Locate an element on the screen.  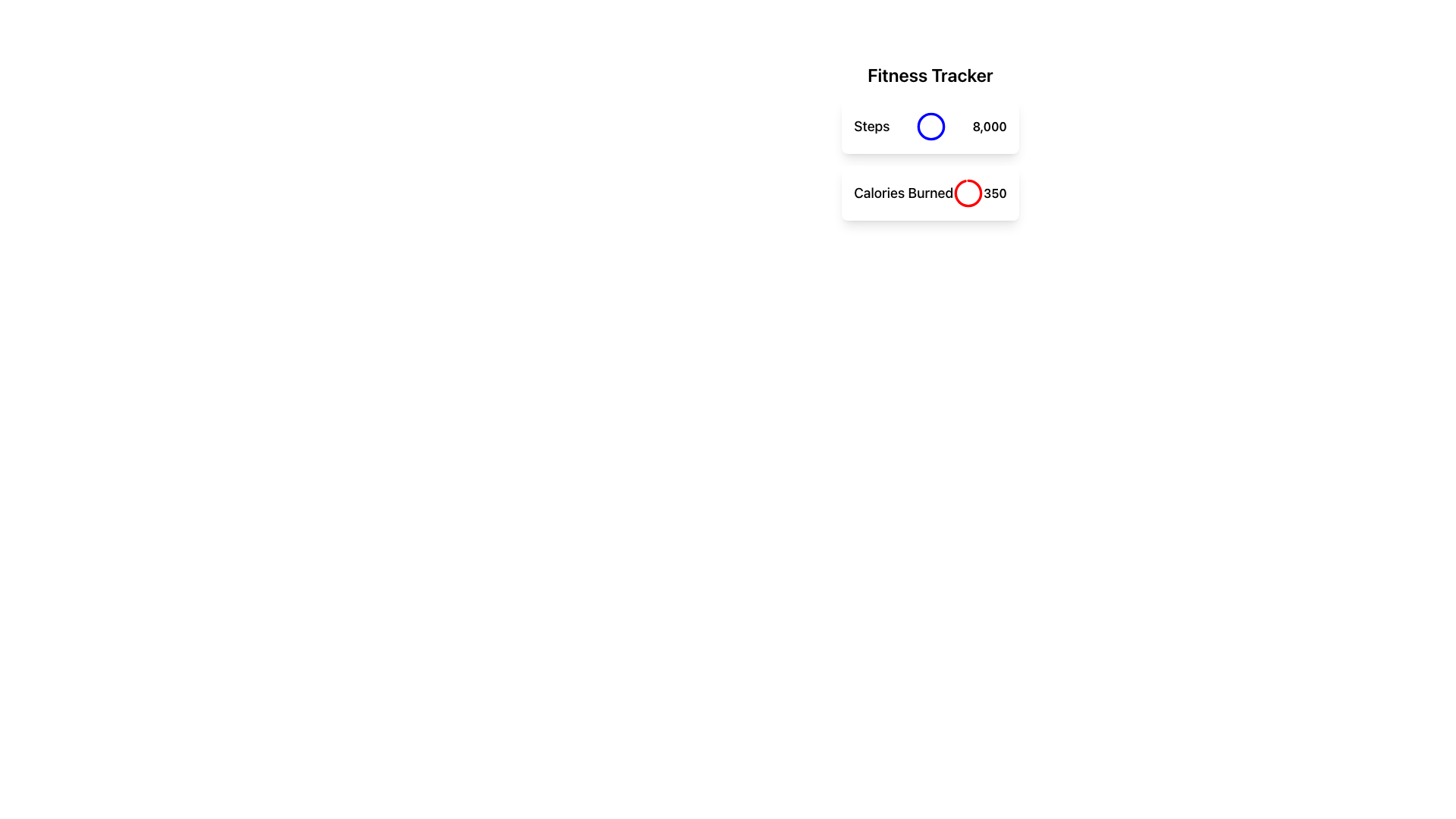
the second circular indicator in the 'Fitness Tracker' section which represents 'Calories Burned' is located at coordinates (968, 192).